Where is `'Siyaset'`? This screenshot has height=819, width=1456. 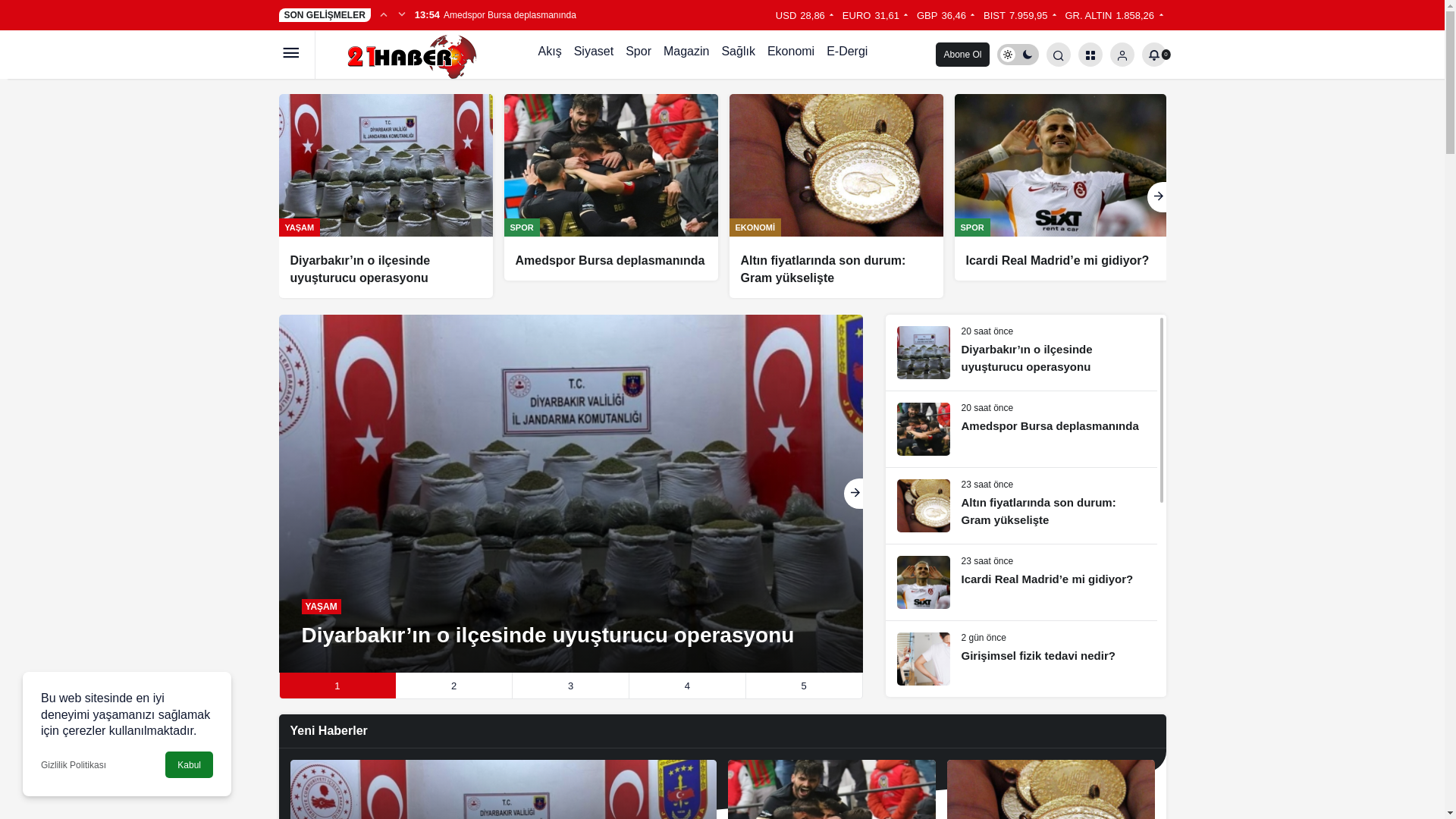 'Siyaset' is located at coordinates (592, 54).